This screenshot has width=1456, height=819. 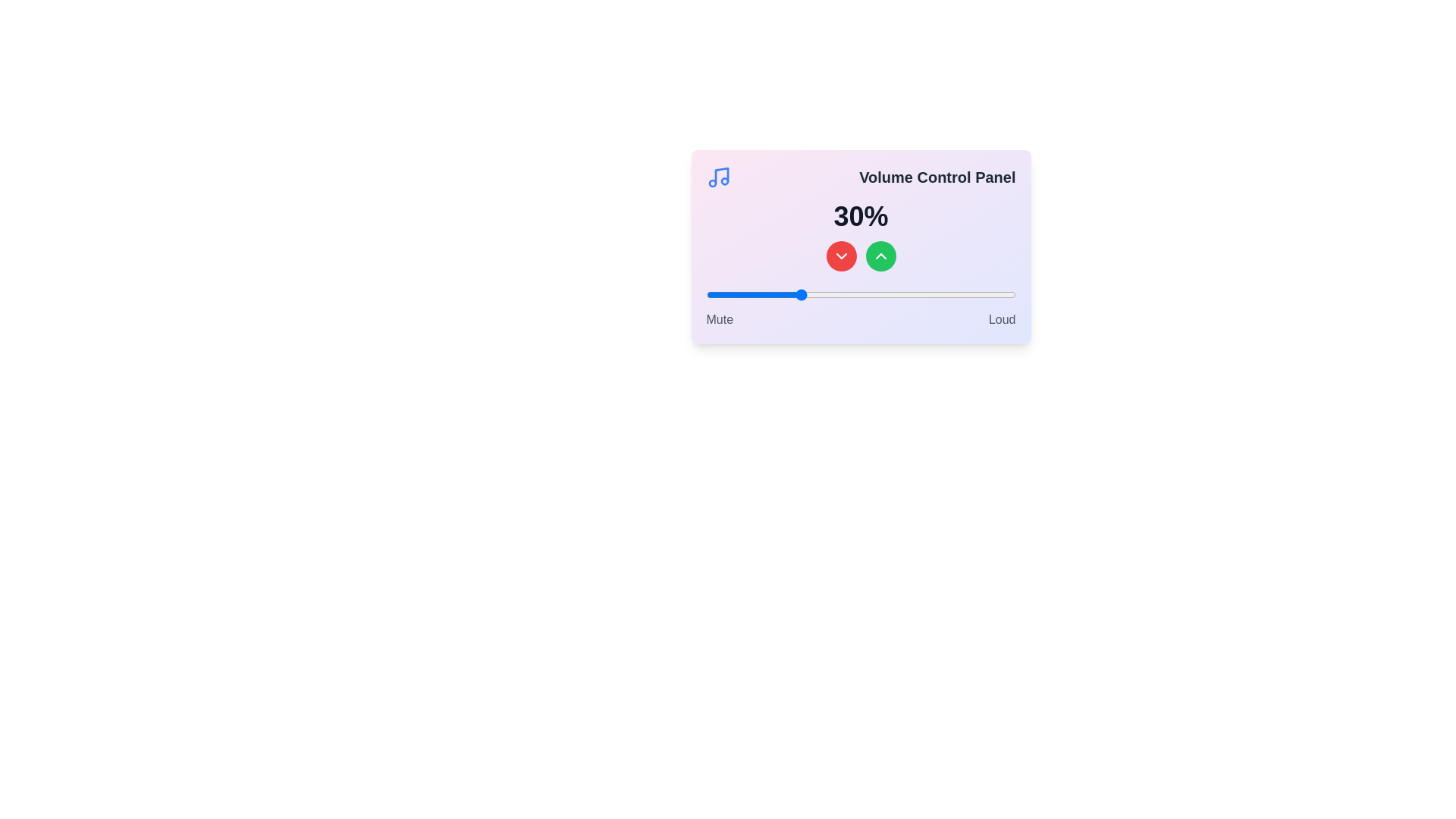 I want to click on increment volume button, so click(x=880, y=256).